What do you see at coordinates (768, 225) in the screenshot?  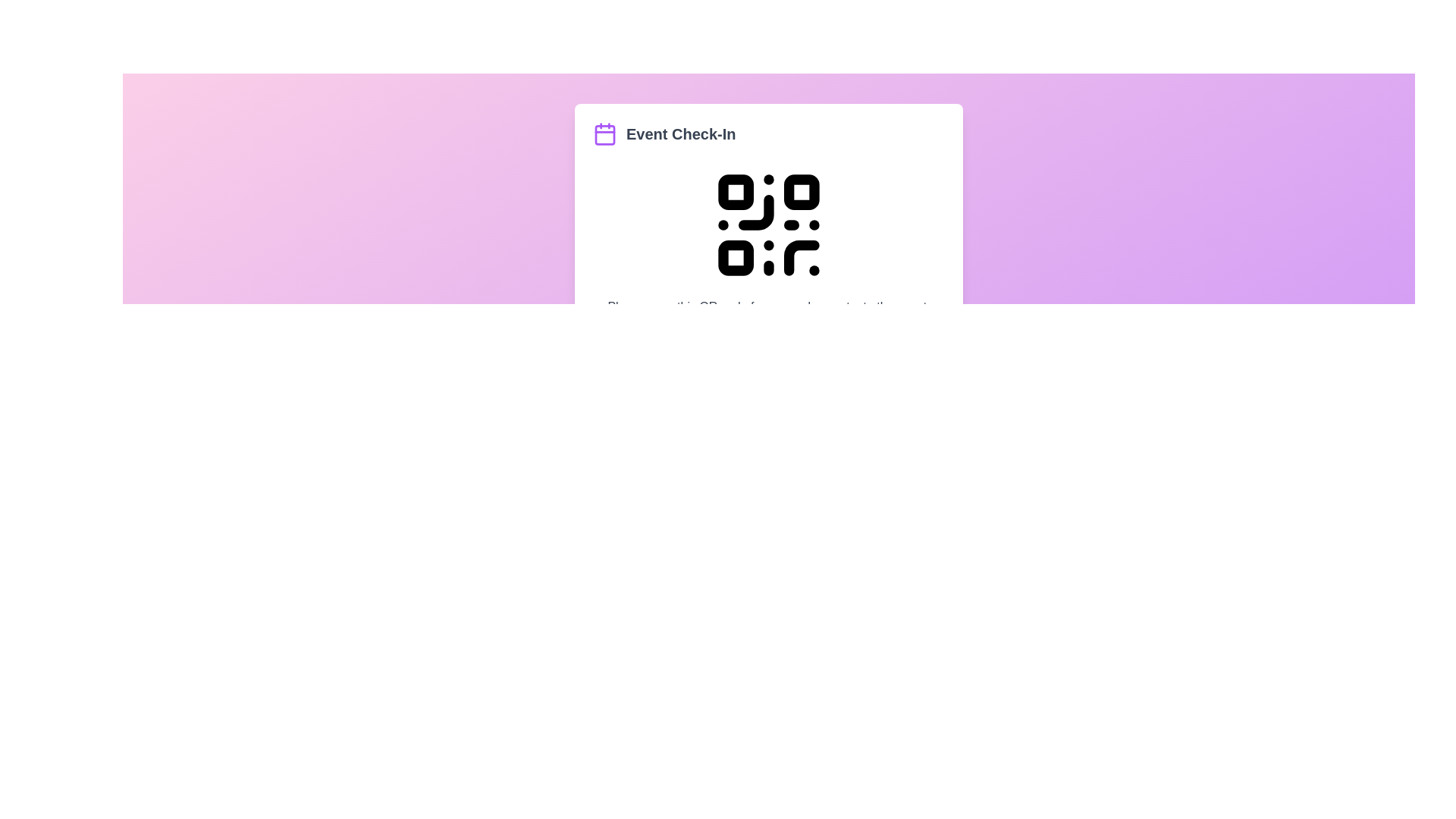 I see `QR code icon located below the 'Event Check-In' text, which serves for scanning purposes` at bounding box center [768, 225].